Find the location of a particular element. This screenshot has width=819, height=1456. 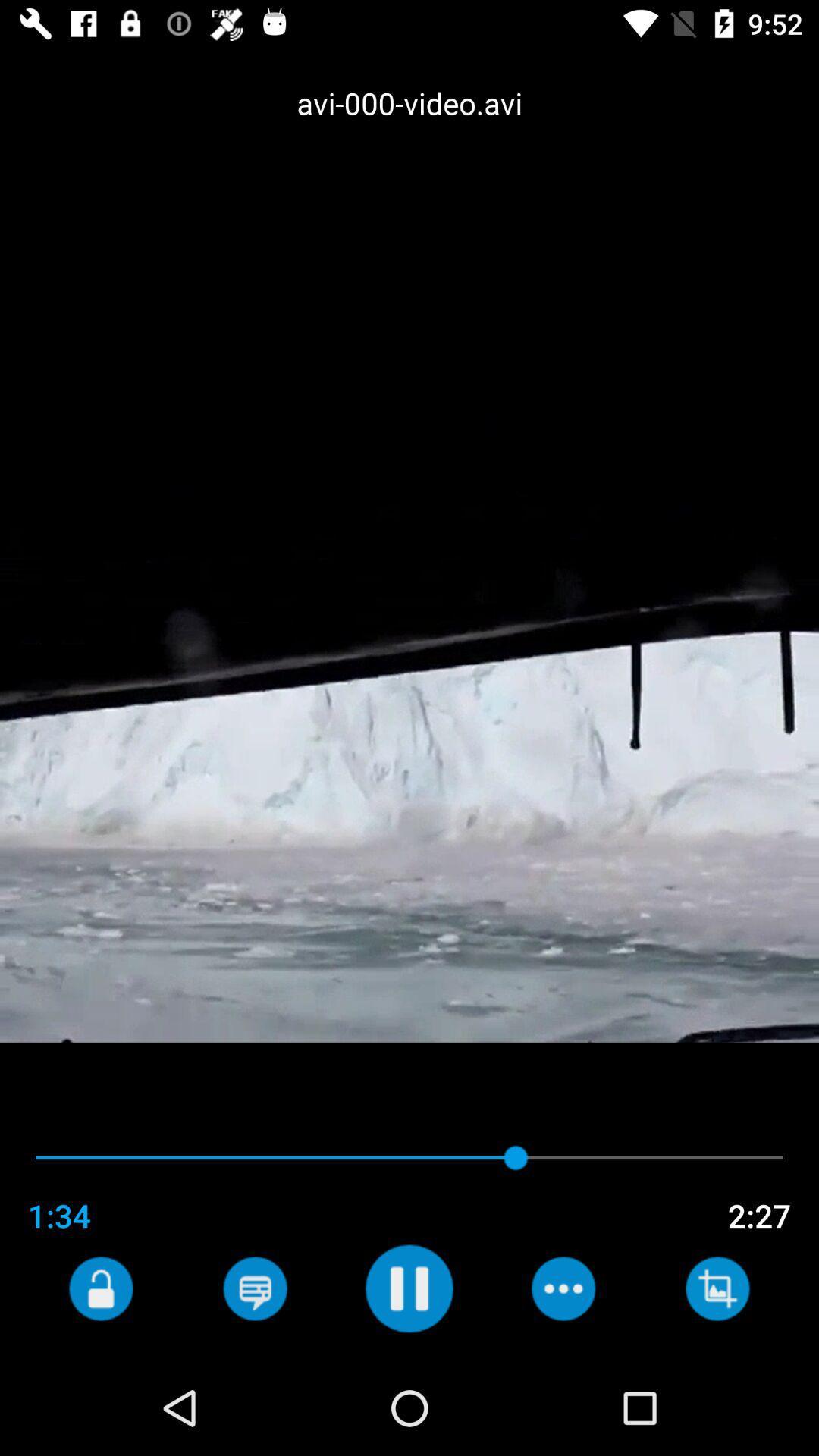

the lock icon is located at coordinates (101, 1288).